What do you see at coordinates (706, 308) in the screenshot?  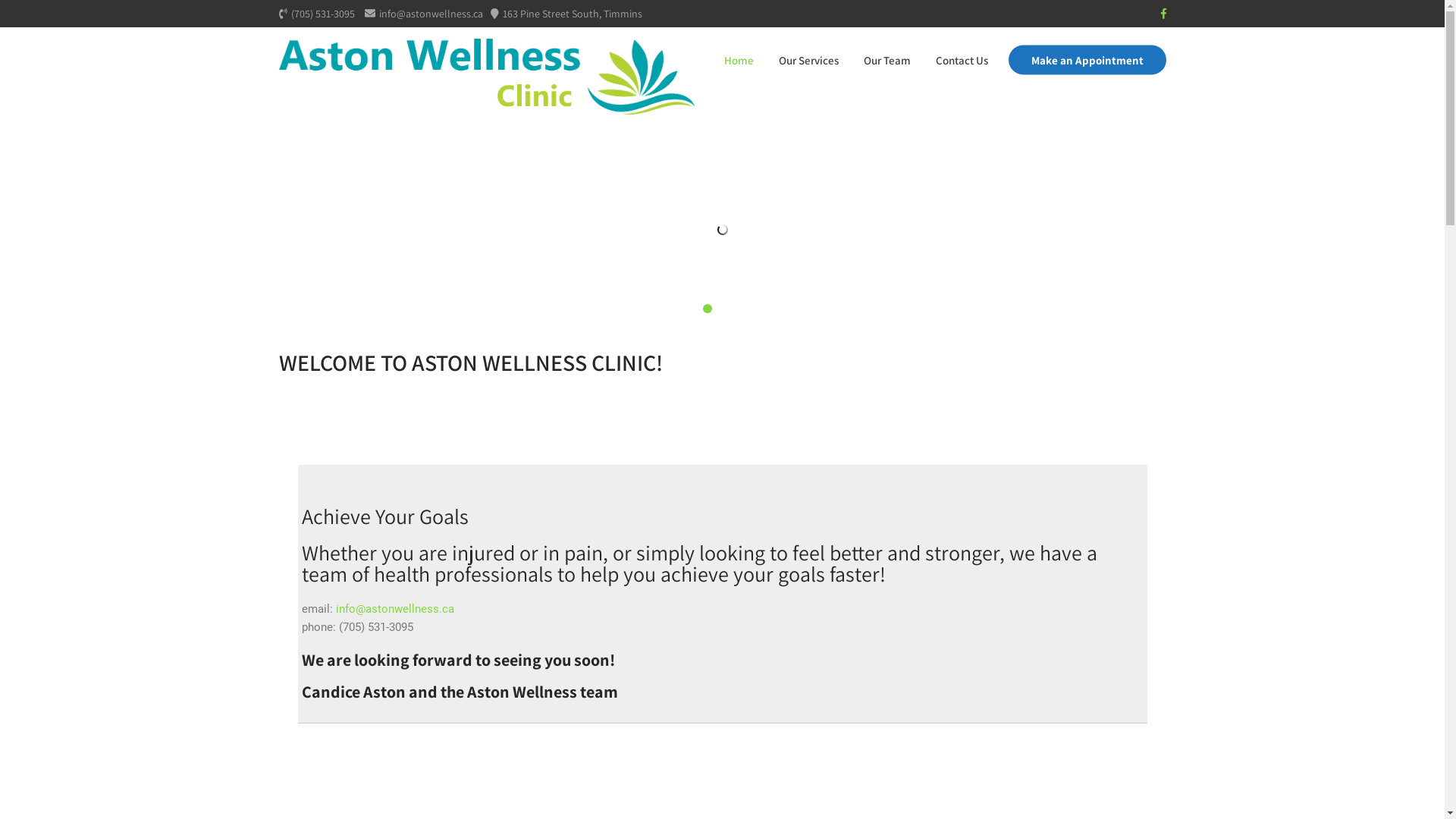 I see `'2'` at bounding box center [706, 308].